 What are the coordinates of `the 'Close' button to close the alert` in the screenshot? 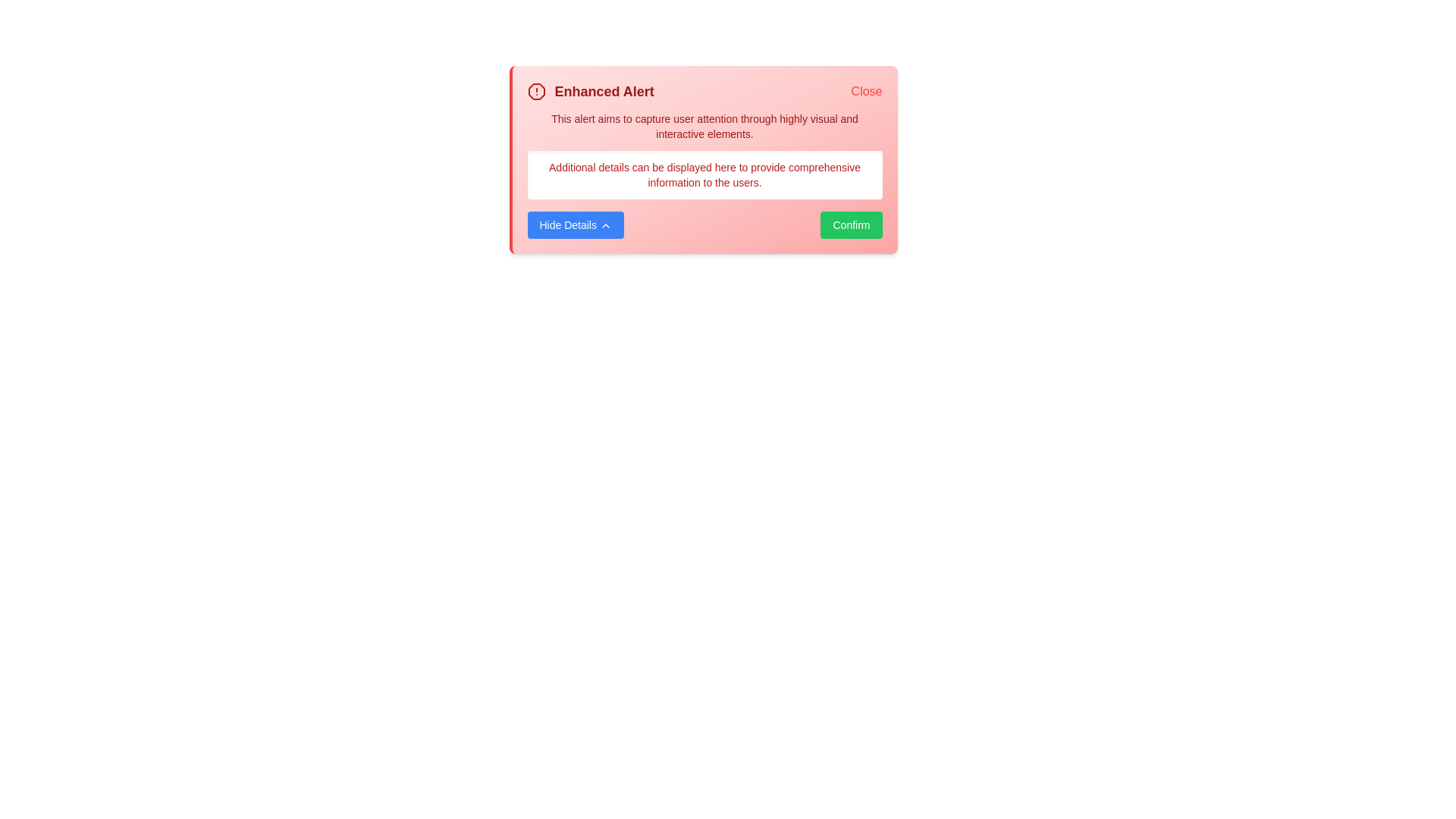 It's located at (866, 91).